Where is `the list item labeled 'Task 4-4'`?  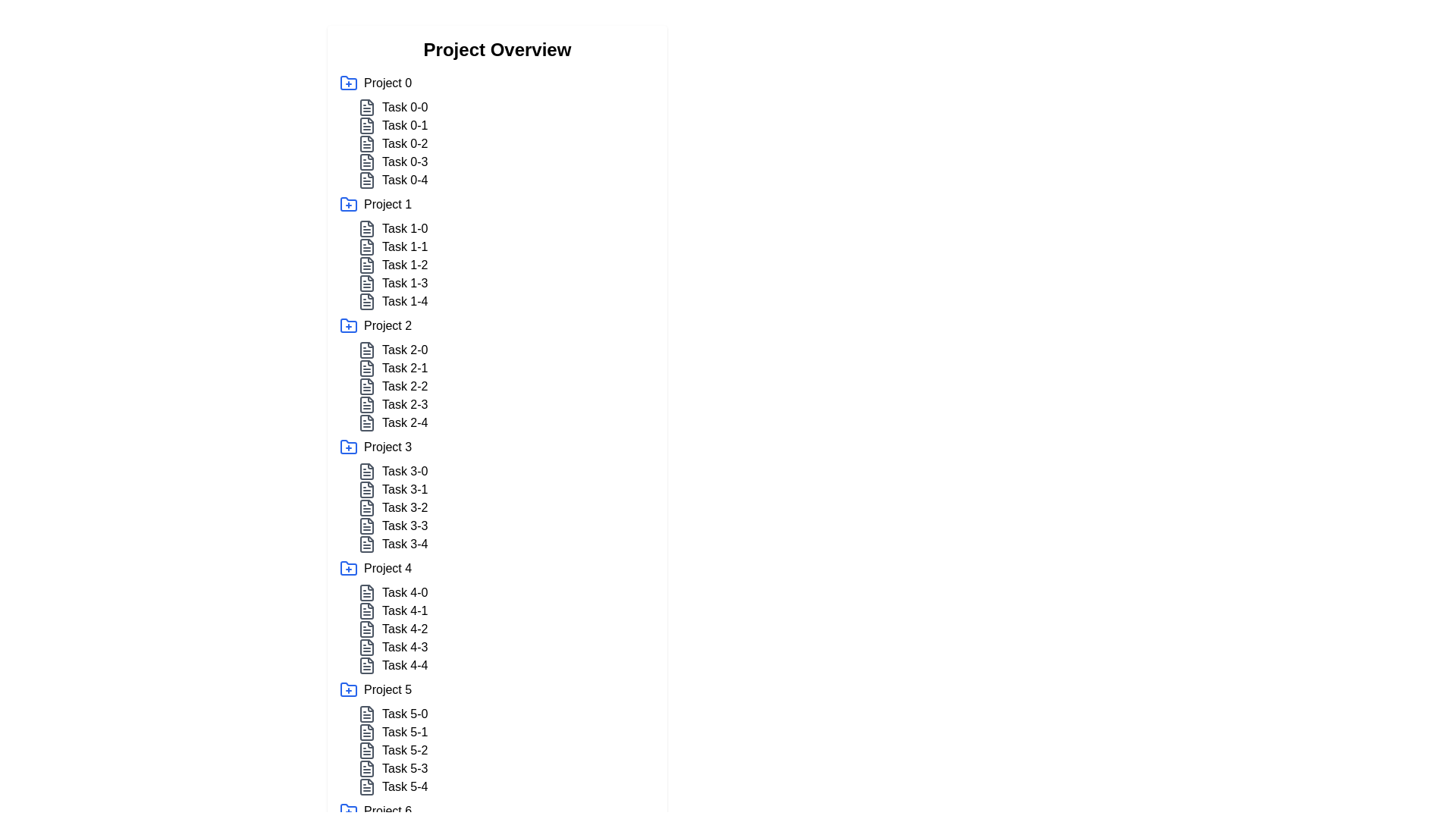
the list item labeled 'Task 4-4' is located at coordinates (405, 665).